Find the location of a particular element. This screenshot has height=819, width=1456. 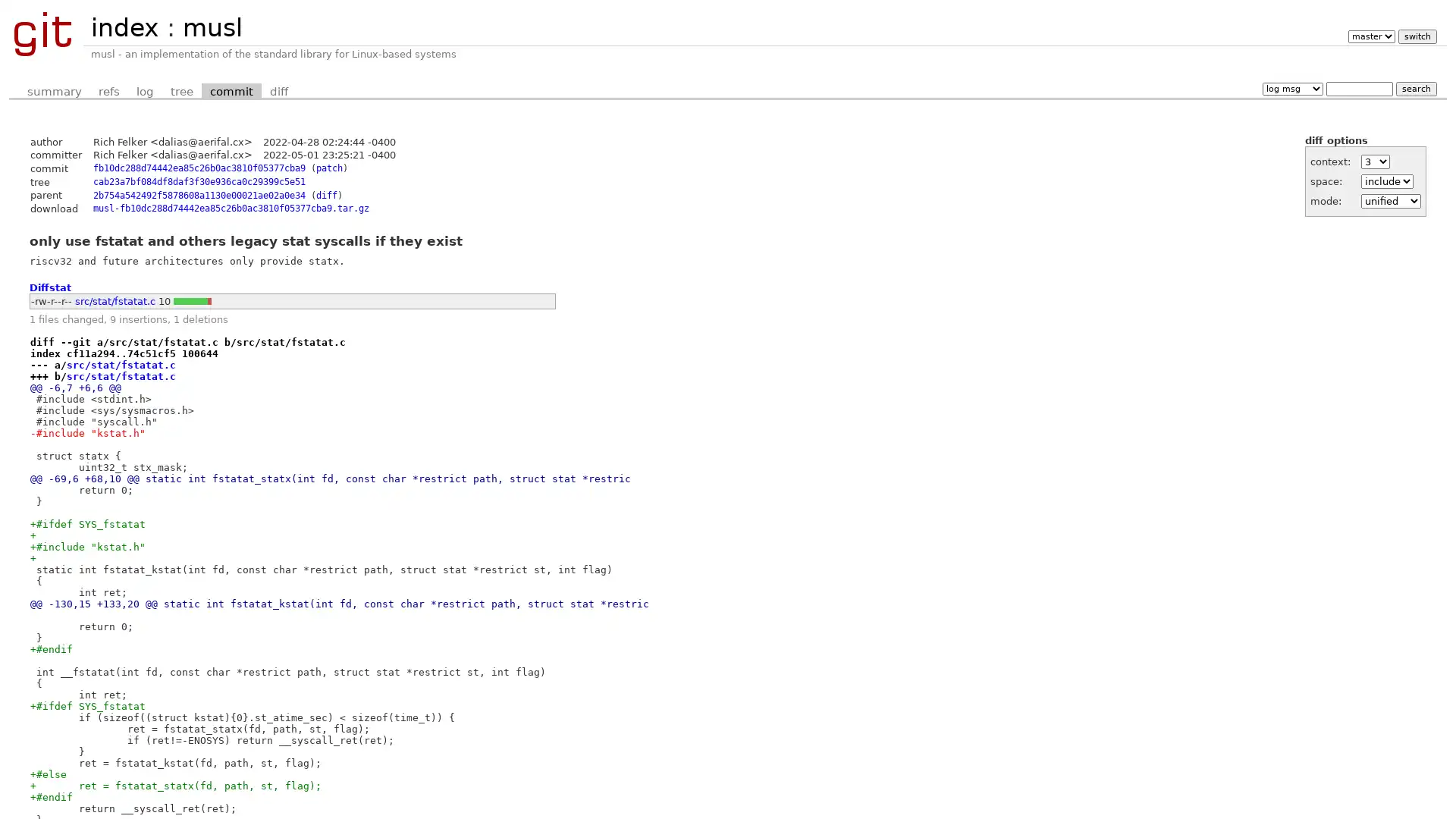

search is located at coordinates (1415, 88).